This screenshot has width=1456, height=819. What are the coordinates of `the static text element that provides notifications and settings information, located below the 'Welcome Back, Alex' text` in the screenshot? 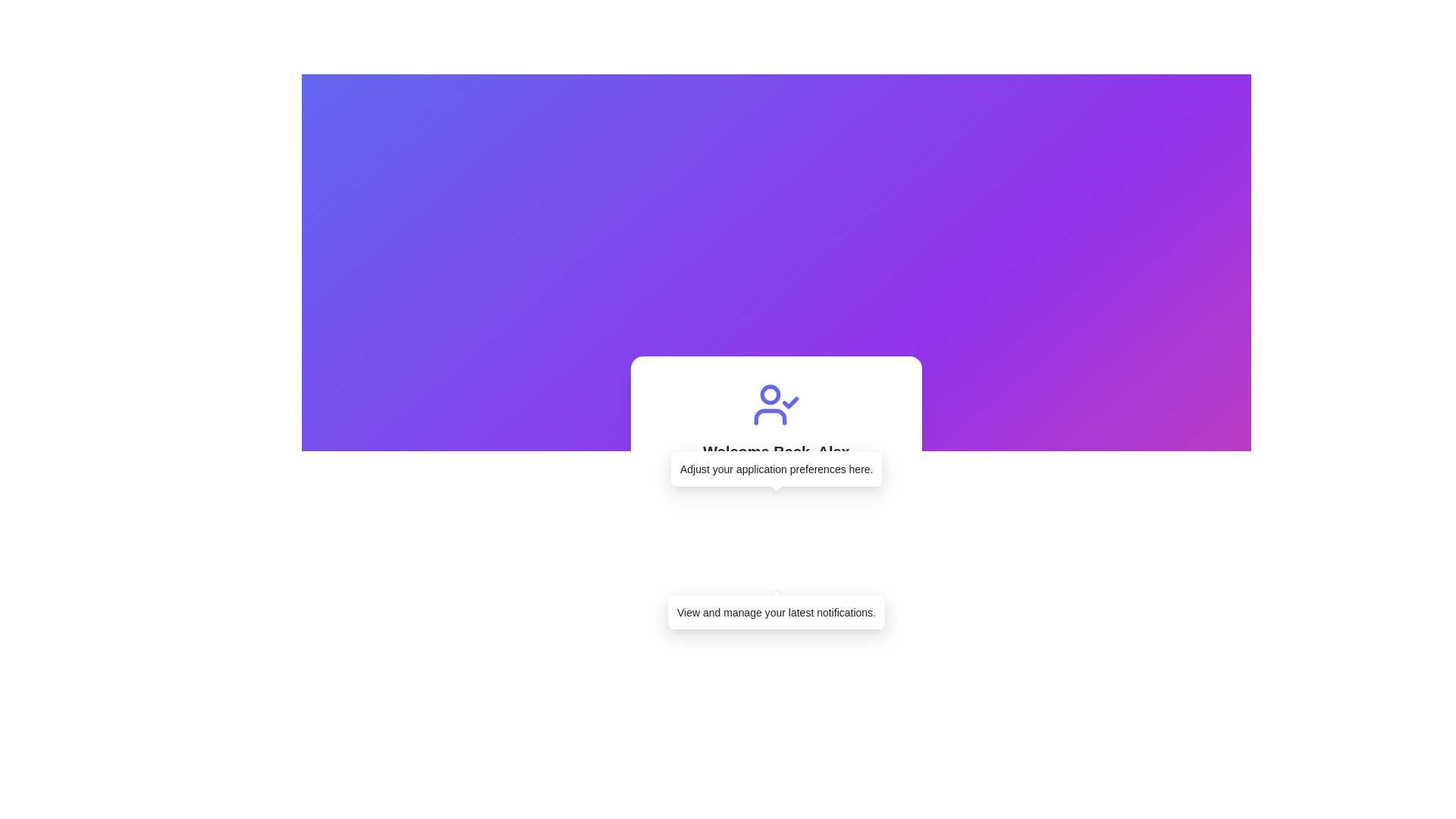 It's located at (776, 469).